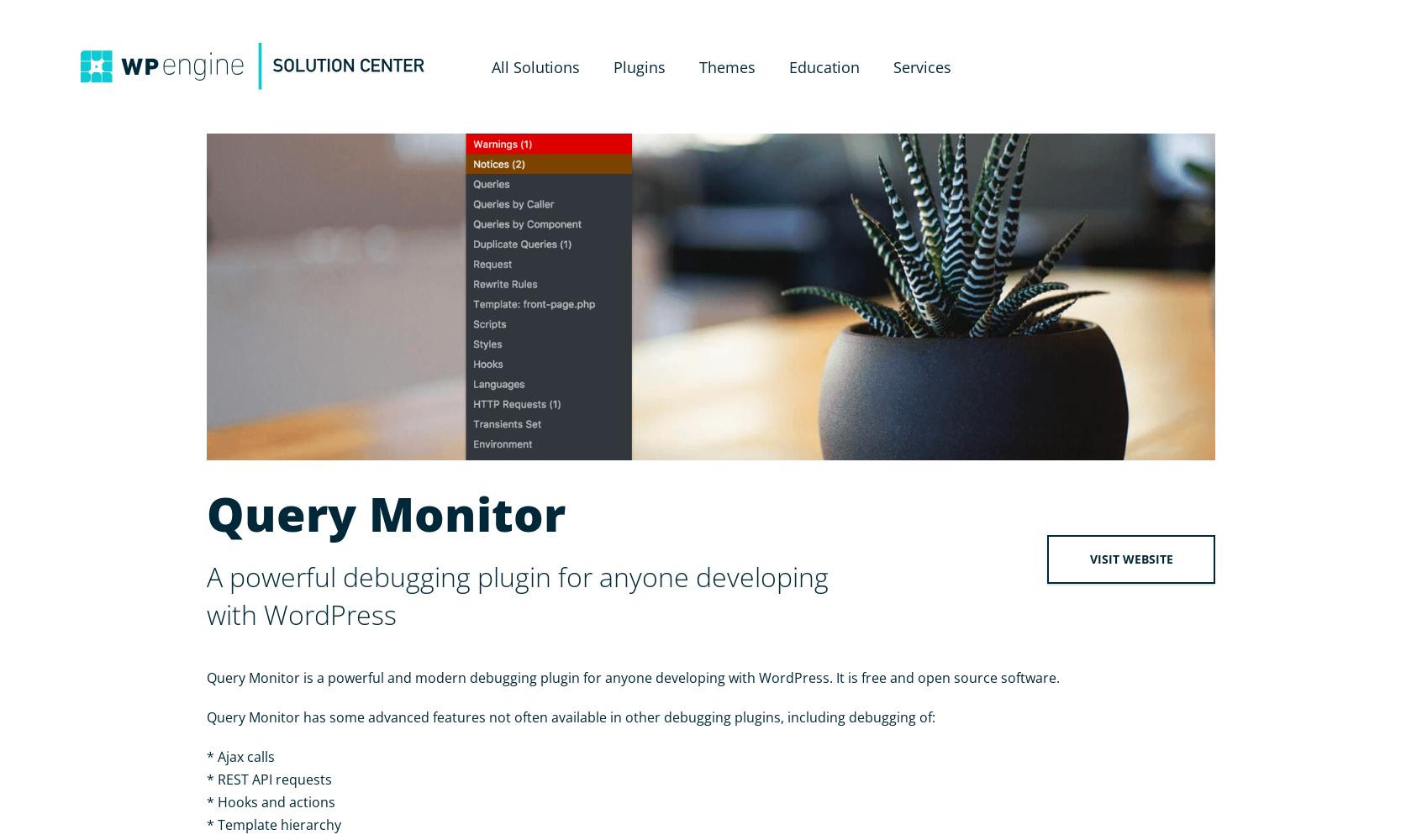  I want to click on 'Query Monitor is a powerful and modern debugging plugin for anyone developing with WordPress. It is free and open source software.', so click(207, 678).